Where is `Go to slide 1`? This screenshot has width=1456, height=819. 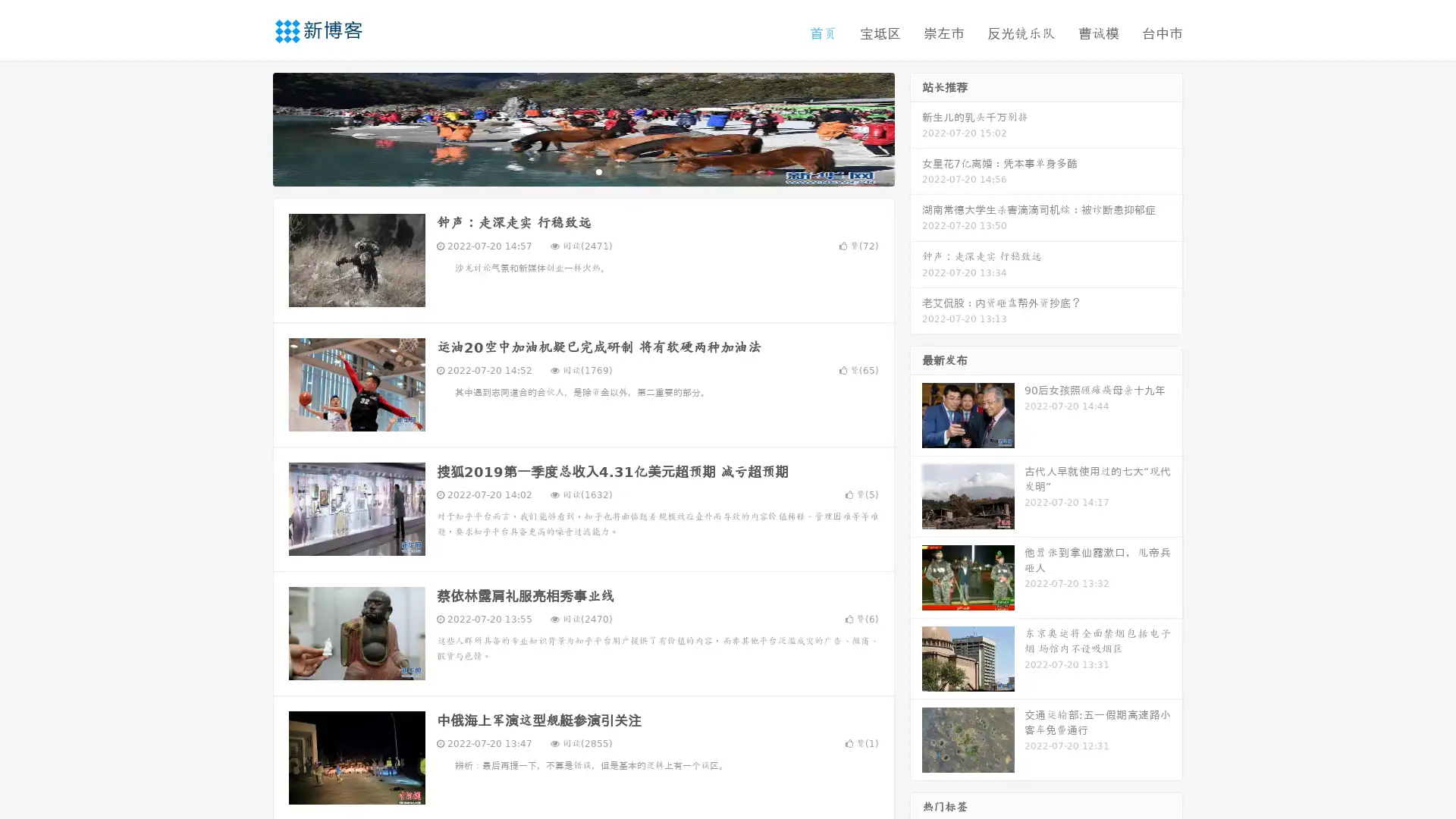 Go to slide 1 is located at coordinates (567, 171).